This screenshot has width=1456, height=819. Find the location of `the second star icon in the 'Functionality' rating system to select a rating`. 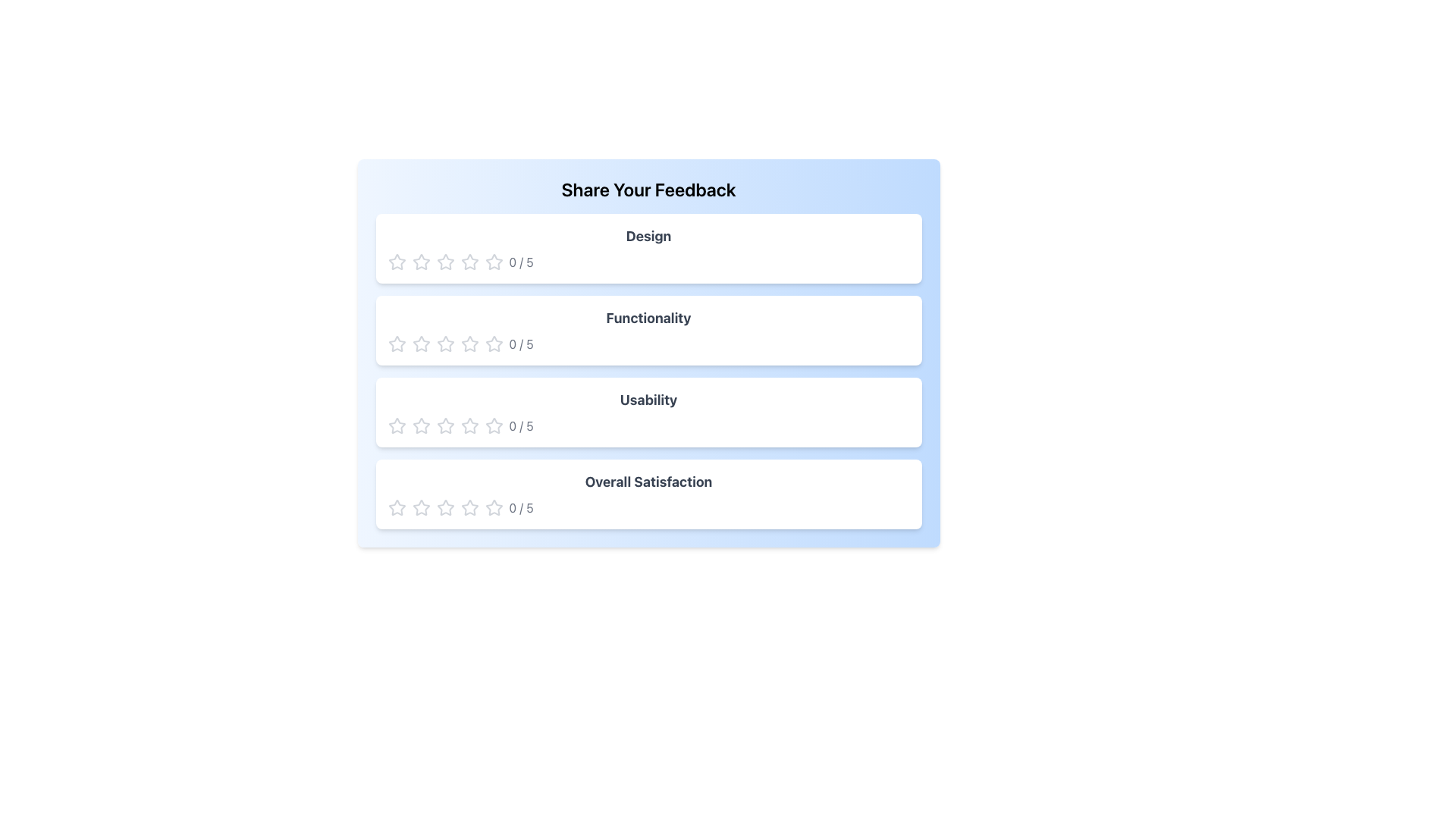

the second star icon in the 'Functionality' rating system to select a rating is located at coordinates (494, 344).